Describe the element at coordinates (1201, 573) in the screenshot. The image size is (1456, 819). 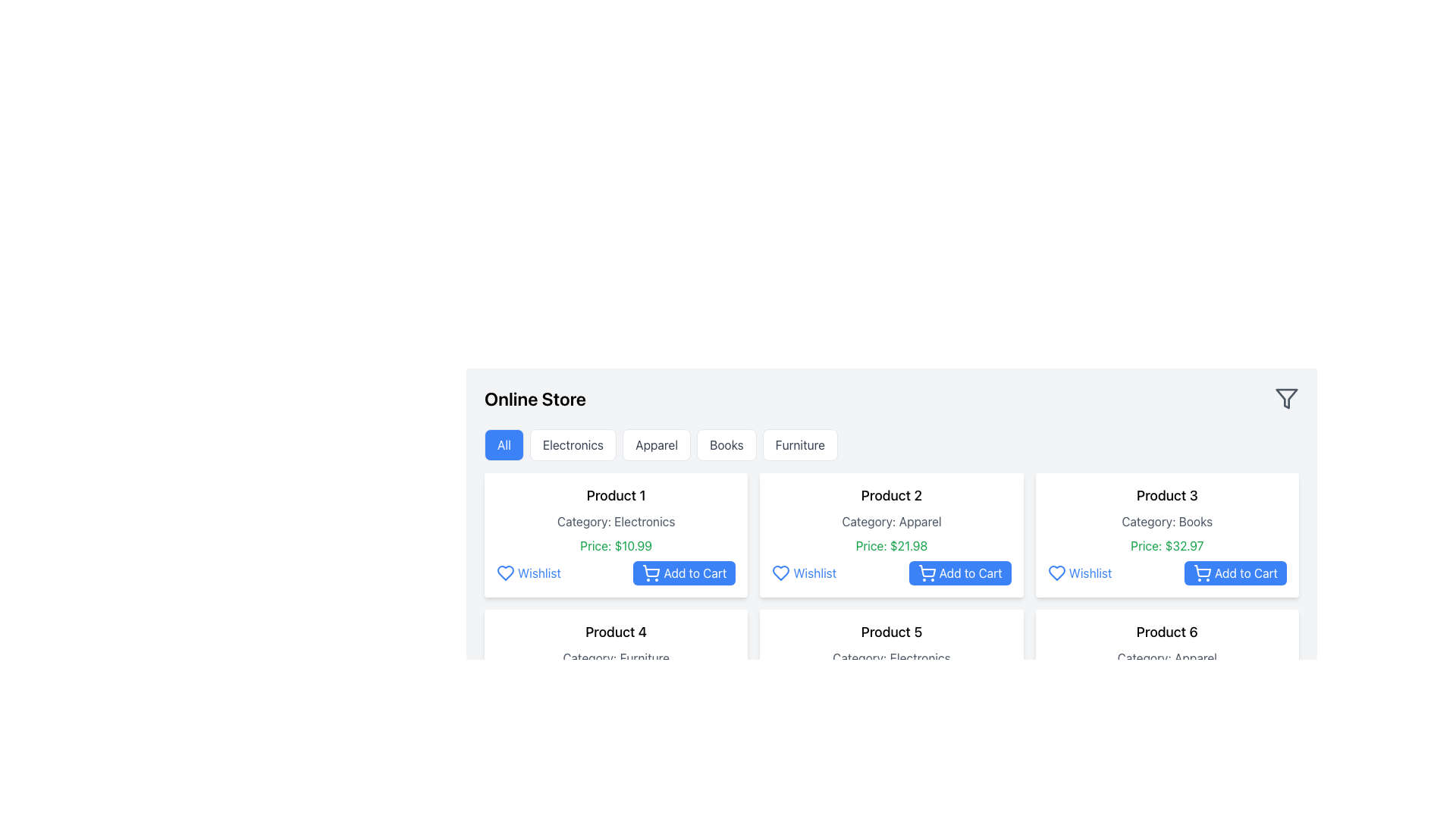
I see `the decorative icon within the 'Add to Cart' button for 'Product 3', which visually indicates its function of adding a product to the cart` at that location.